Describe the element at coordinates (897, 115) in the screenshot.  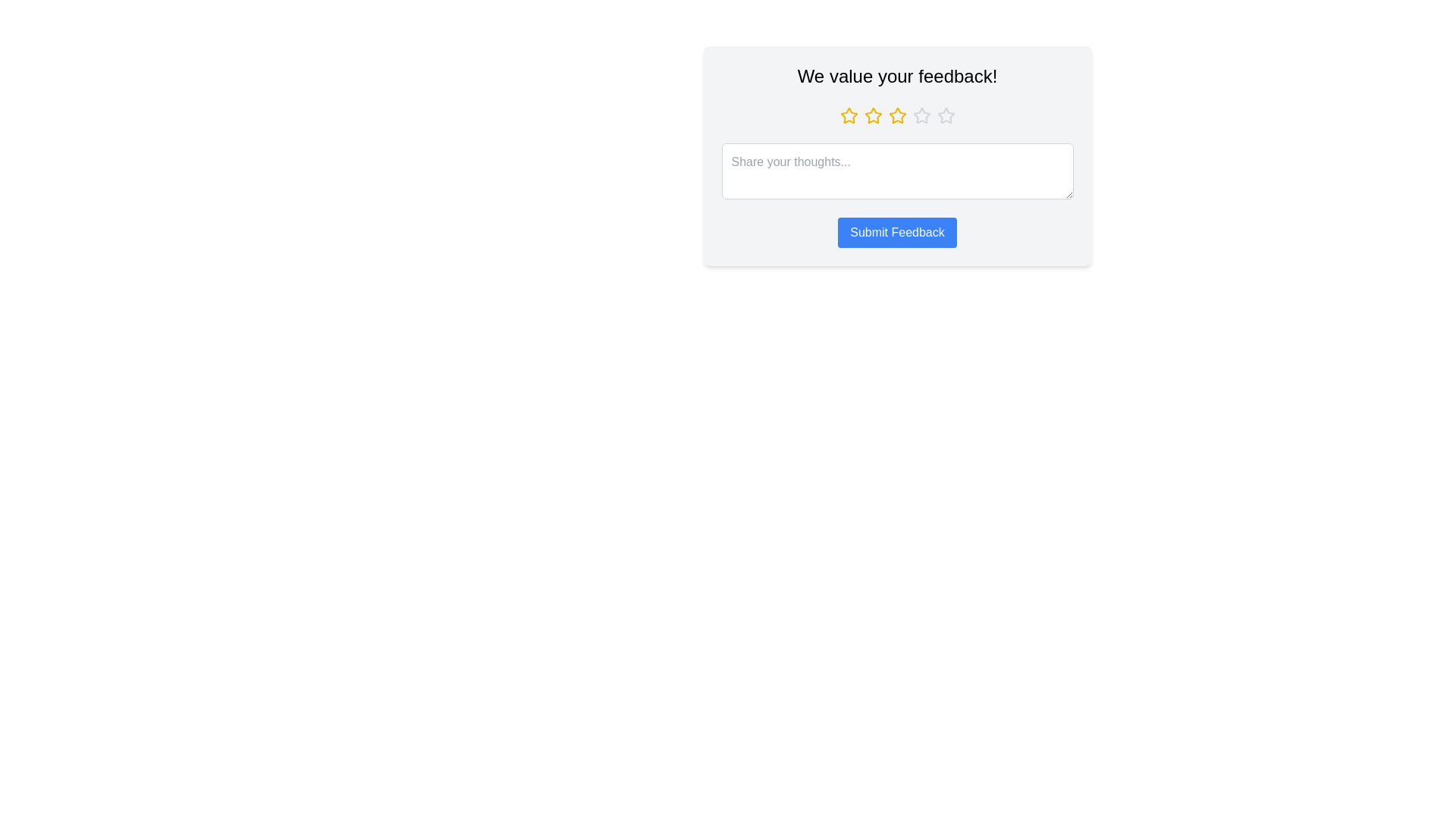
I see `the third star icon in the 5-star rating system` at that location.